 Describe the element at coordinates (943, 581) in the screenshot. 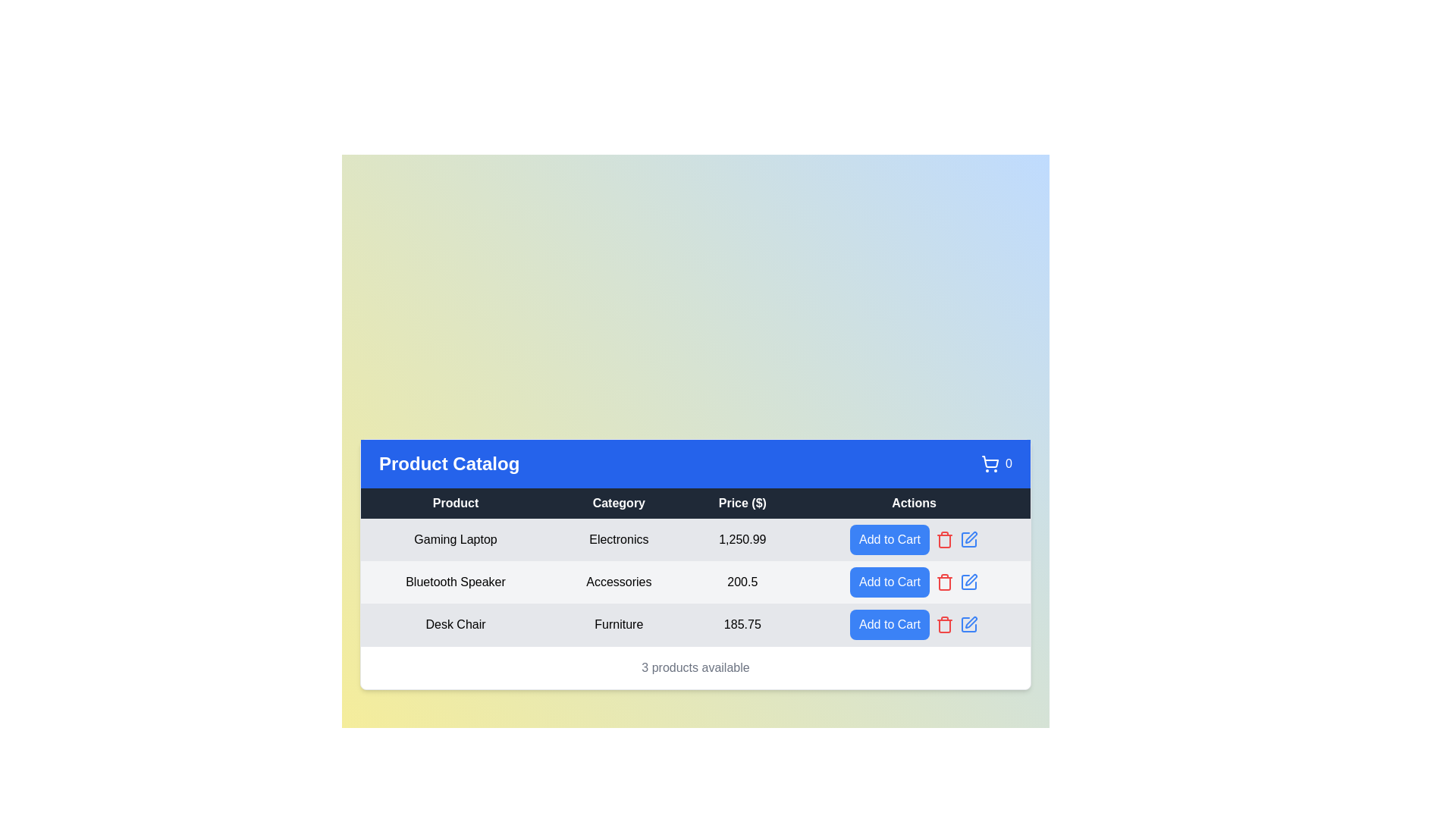

I see `the delete icon button located in the third row of the Actions column of the product table` at that location.